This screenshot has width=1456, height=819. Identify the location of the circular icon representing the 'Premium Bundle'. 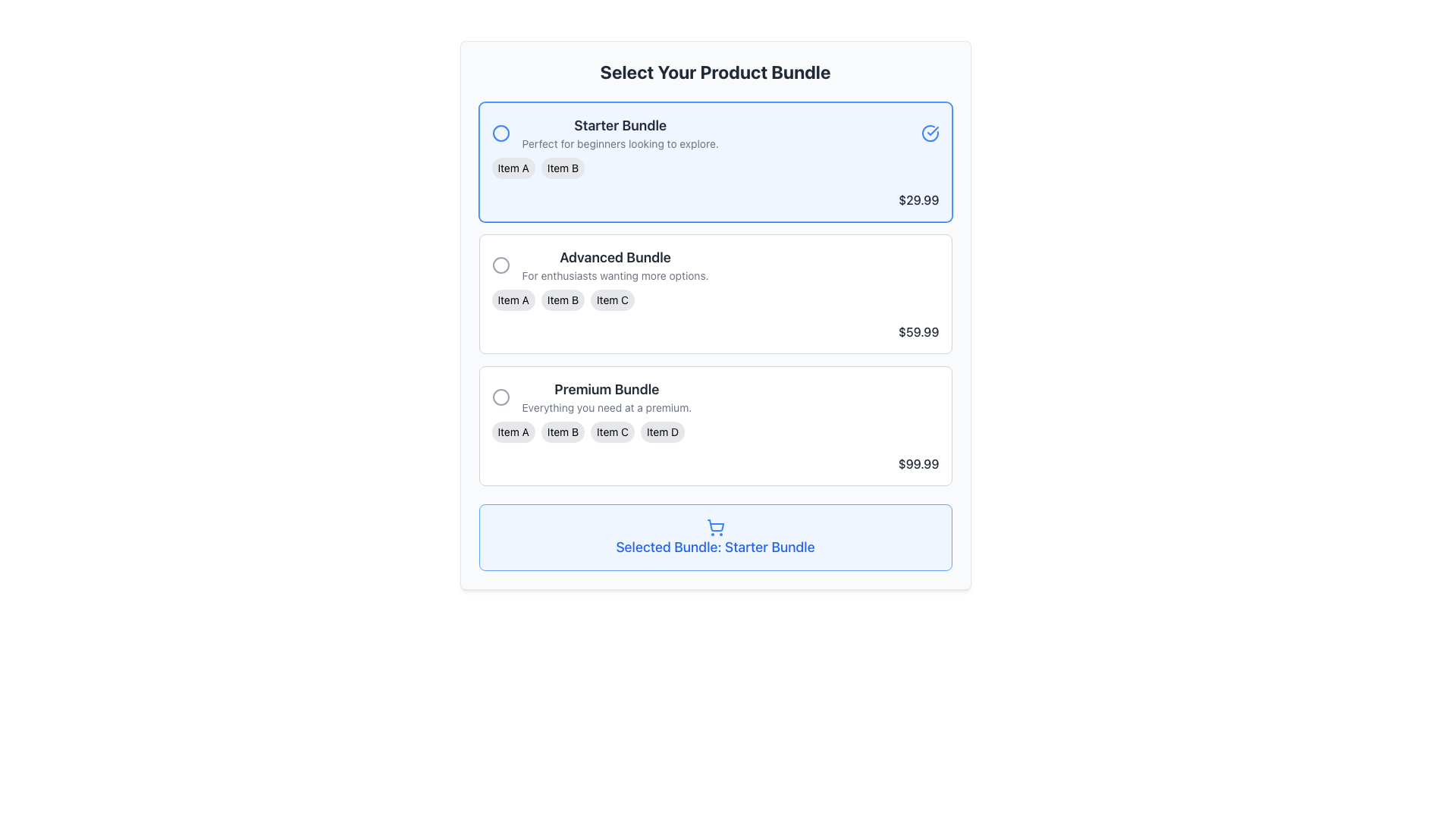
(500, 397).